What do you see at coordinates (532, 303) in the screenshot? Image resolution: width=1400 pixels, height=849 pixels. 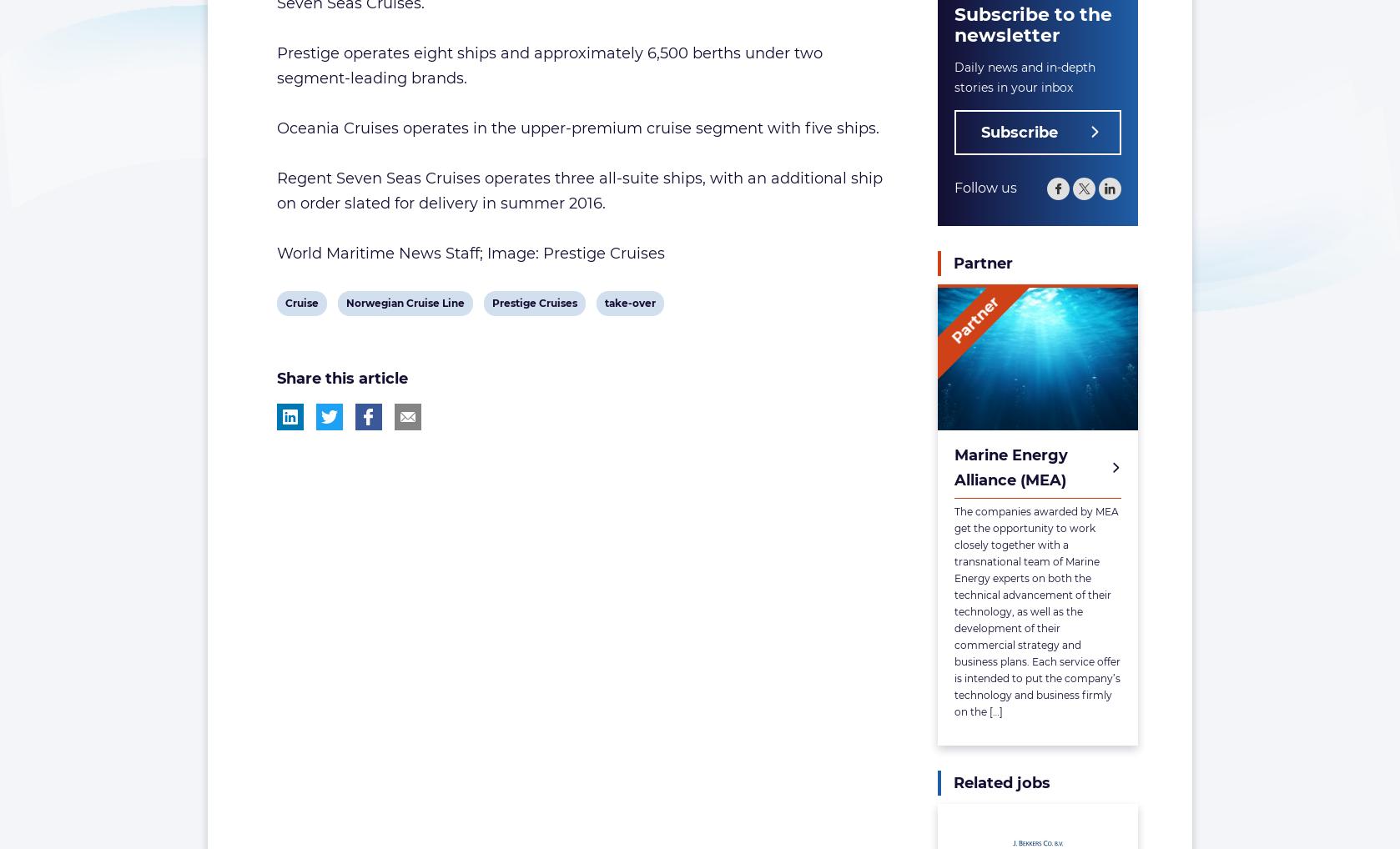 I see `'Prestige Cruises'` at bounding box center [532, 303].